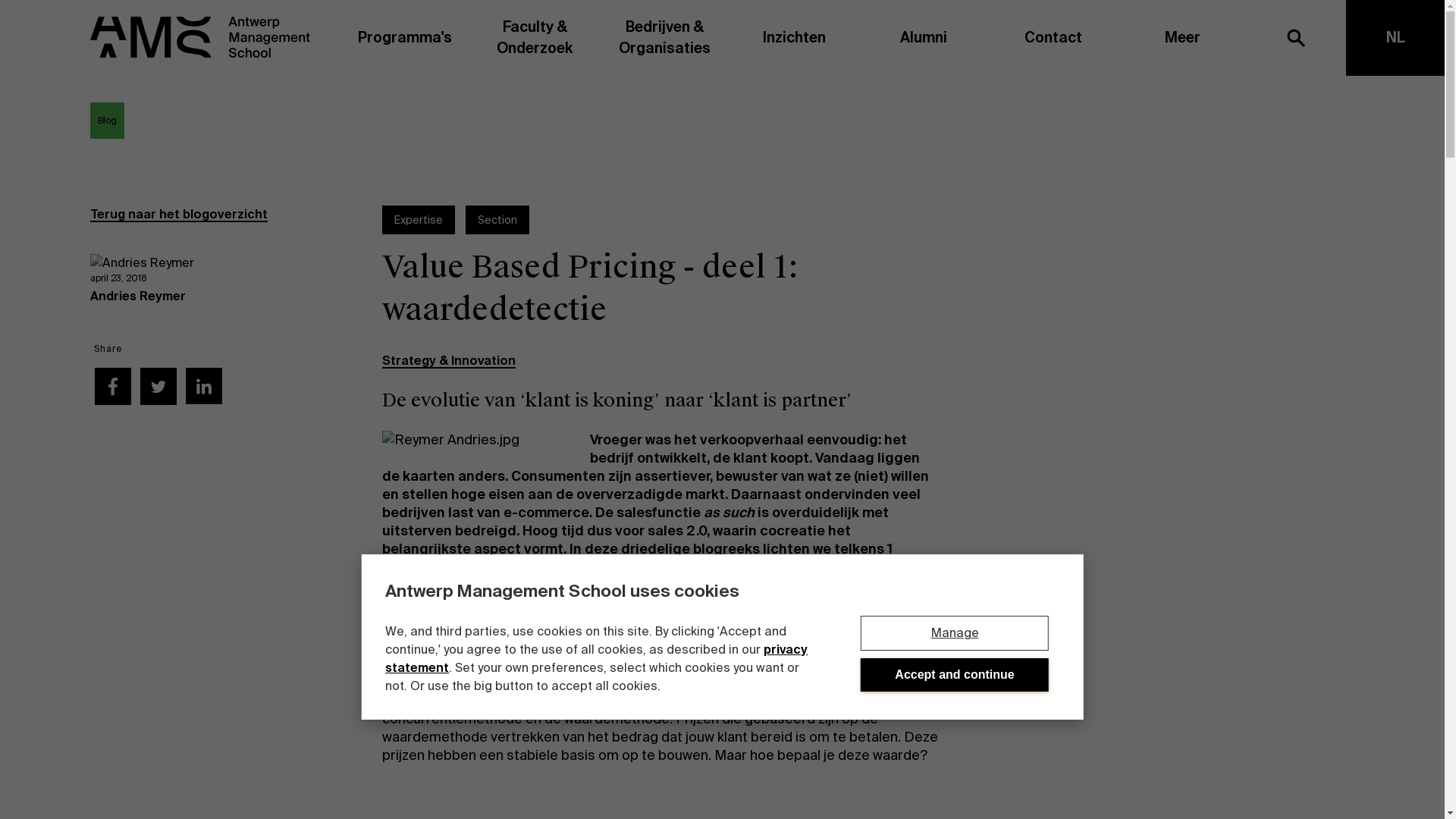 The height and width of the screenshot is (819, 1456). I want to click on 'Meer', so click(1181, 37).